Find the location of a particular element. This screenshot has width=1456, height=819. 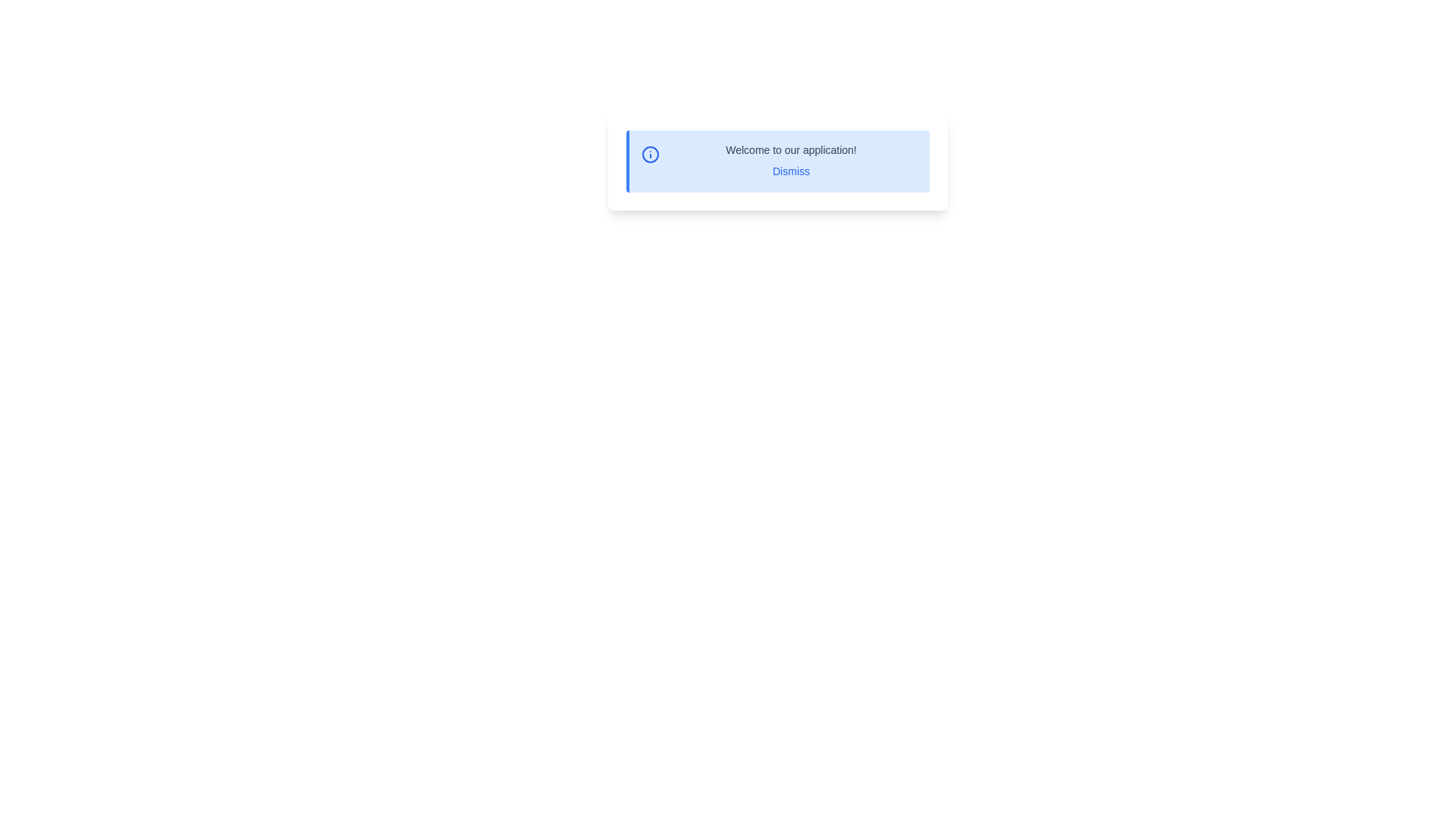

the circular information icon with a blue outline that is positioned to the left of the text 'Welcome to our application!' is located at coordinates (650, 155).